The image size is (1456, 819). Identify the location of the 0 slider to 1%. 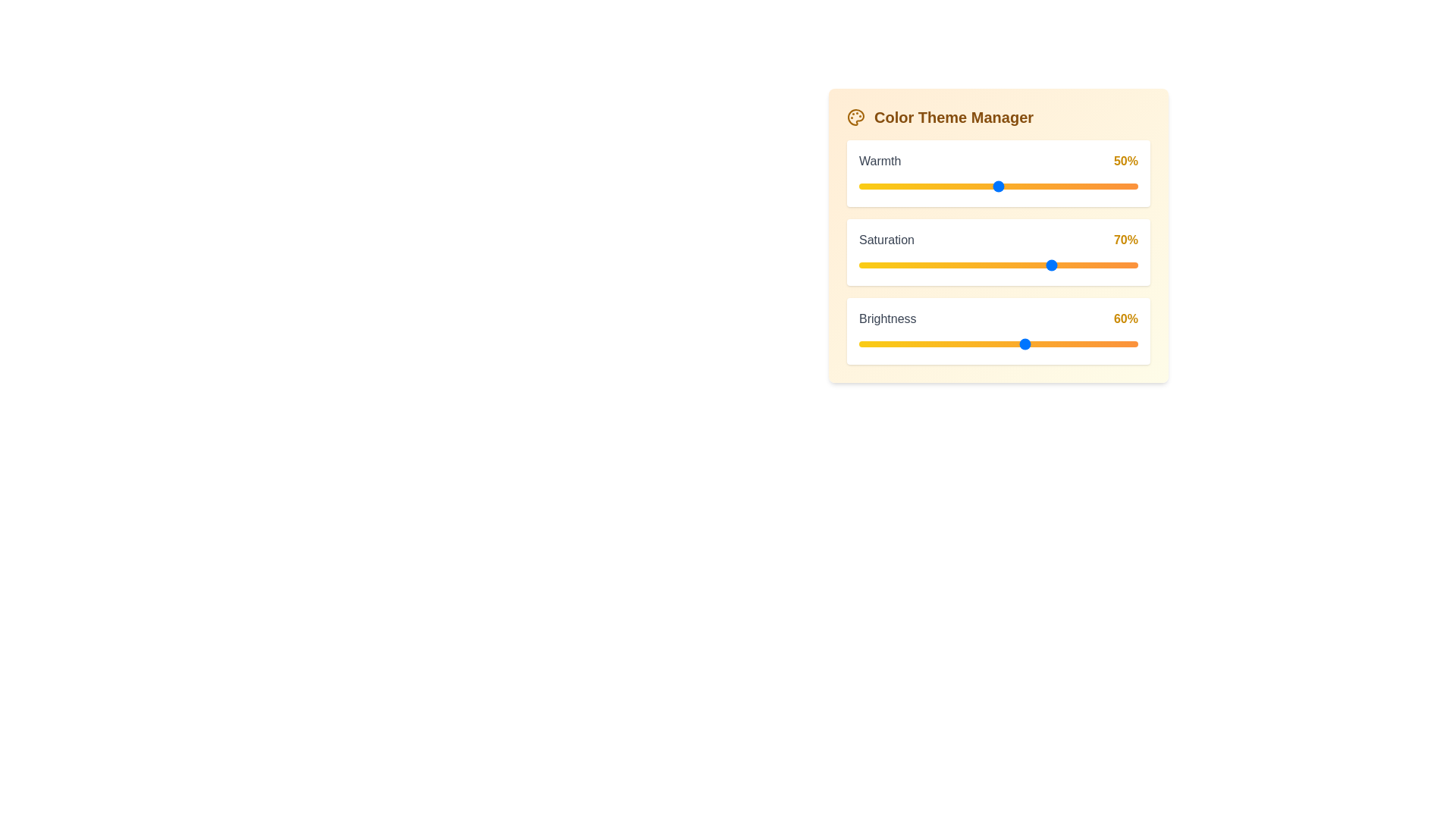
(861, 186).